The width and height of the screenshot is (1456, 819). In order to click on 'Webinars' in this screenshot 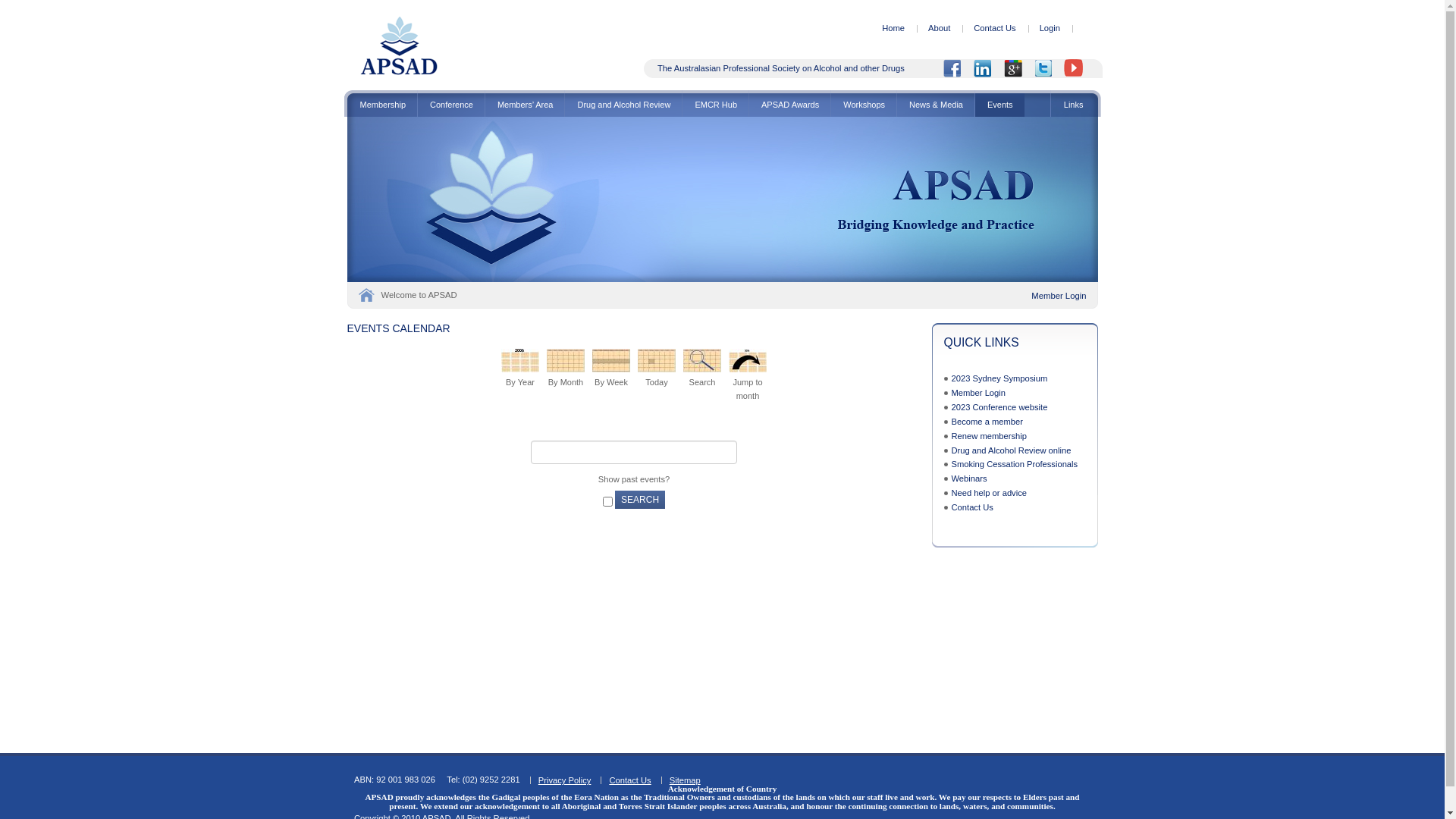, I will do `click(949, 479)`.